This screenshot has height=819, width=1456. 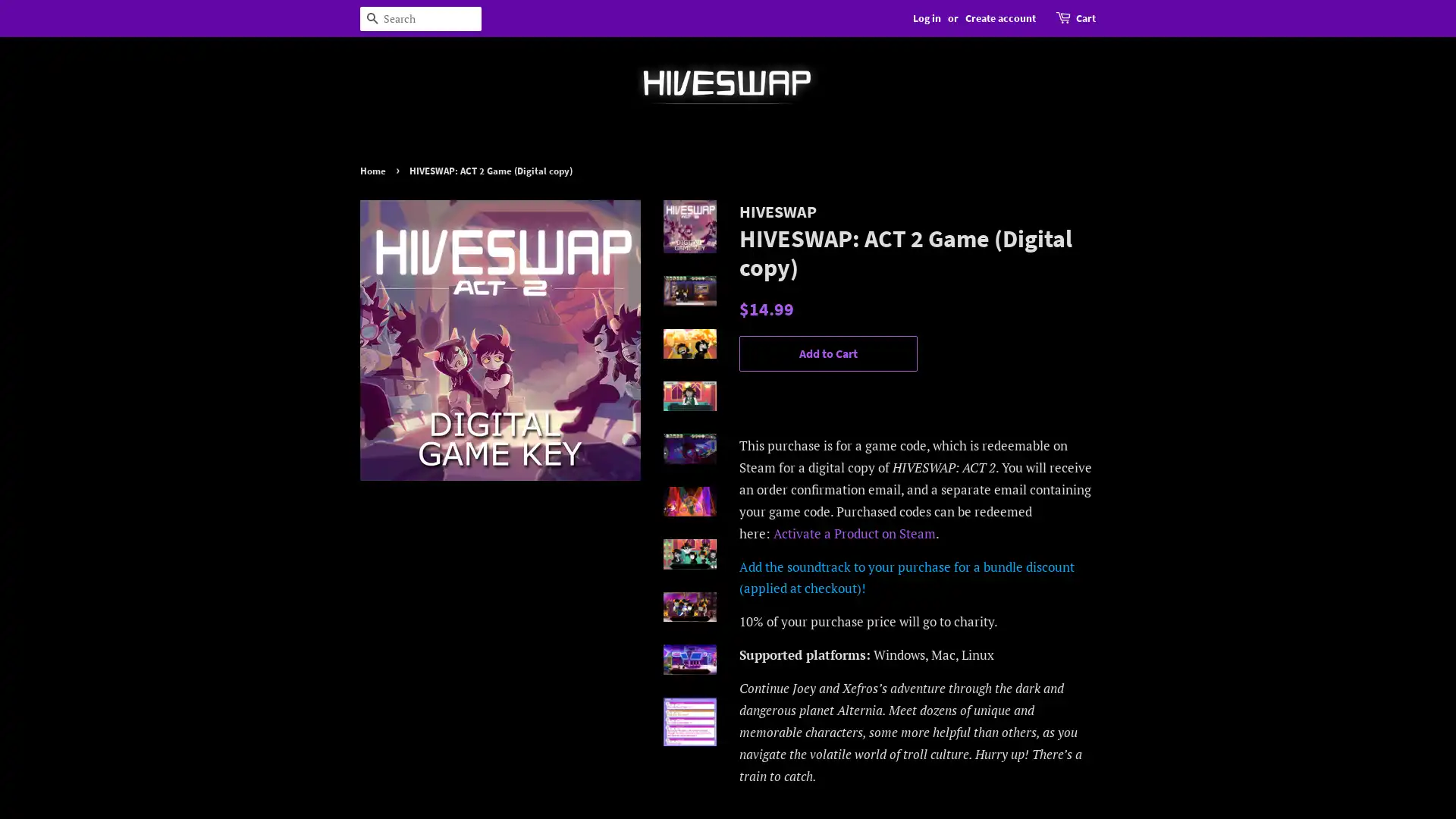 I want to click on Search, so click(x=372, y=18).